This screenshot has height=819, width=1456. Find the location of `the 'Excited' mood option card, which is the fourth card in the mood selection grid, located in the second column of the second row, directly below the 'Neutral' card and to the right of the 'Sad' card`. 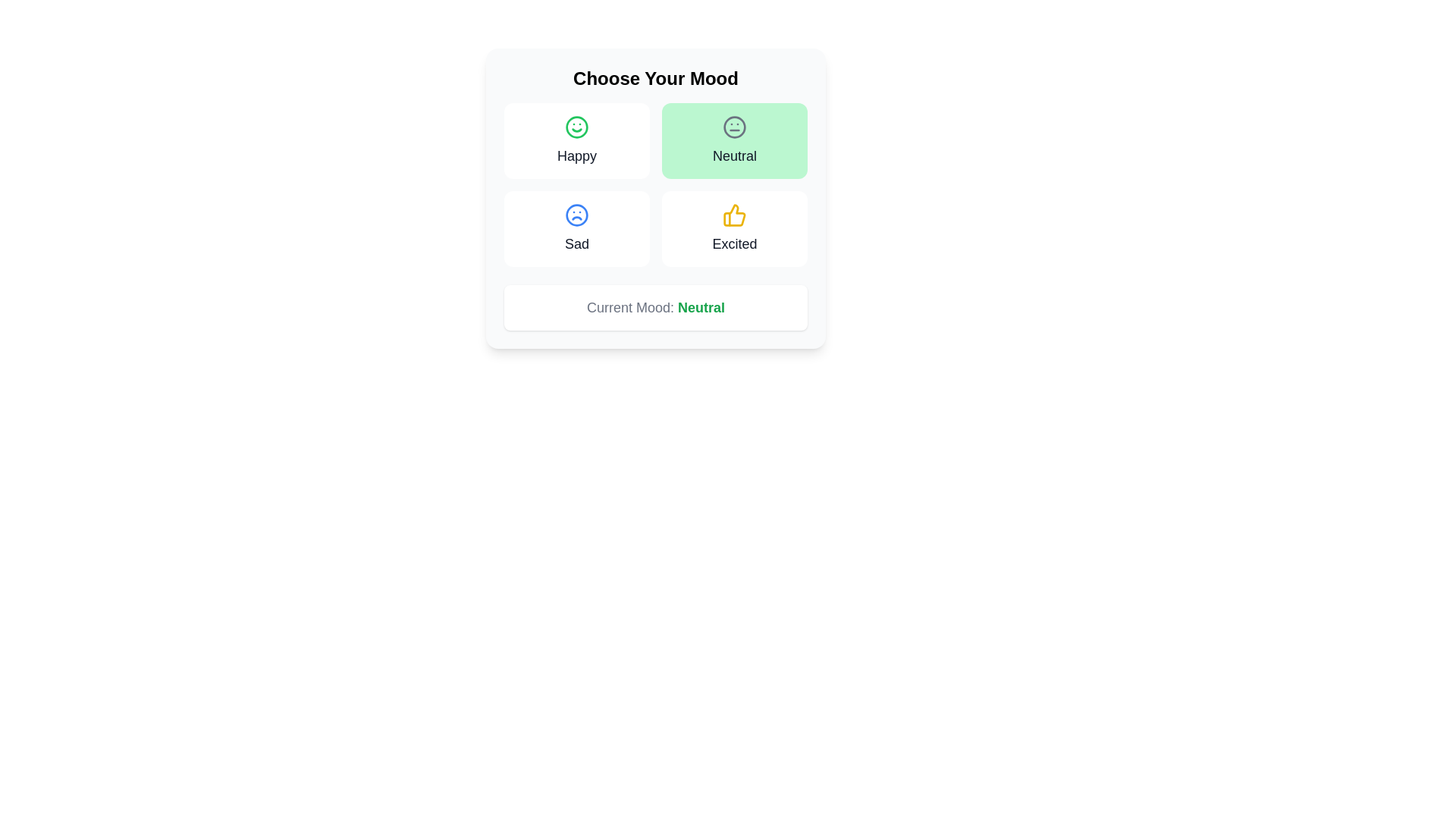

the 'Excited' mood option card, which is the fourth card in the mood selection grid, located in the second column of the second row, directly below the 'Neutral' card and to the right of the 'Sad' card is located at coordinates (735, 228).